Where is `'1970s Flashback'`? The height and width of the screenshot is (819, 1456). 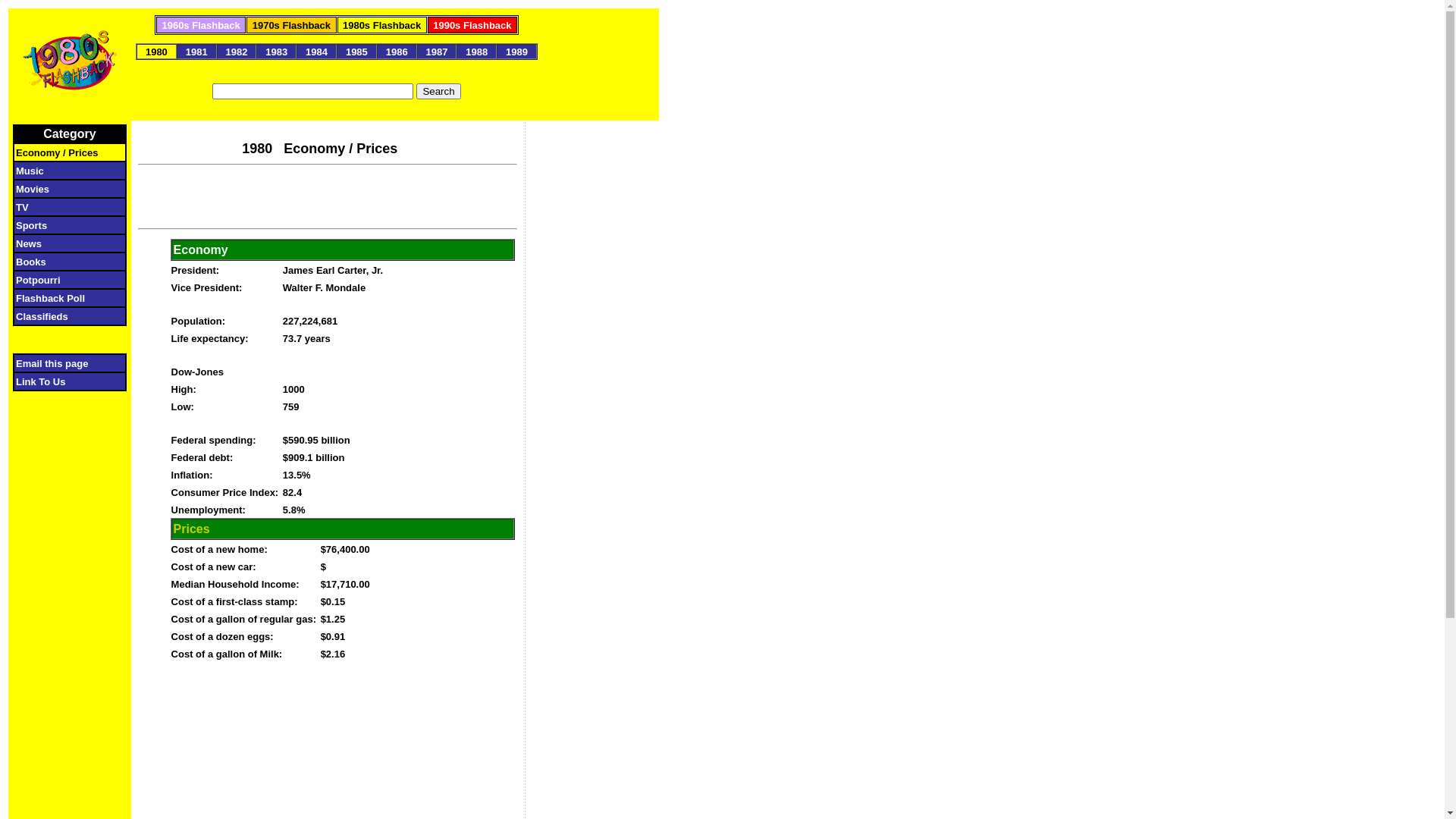 '1970s Flashback' is located at coordinates (291, 24).